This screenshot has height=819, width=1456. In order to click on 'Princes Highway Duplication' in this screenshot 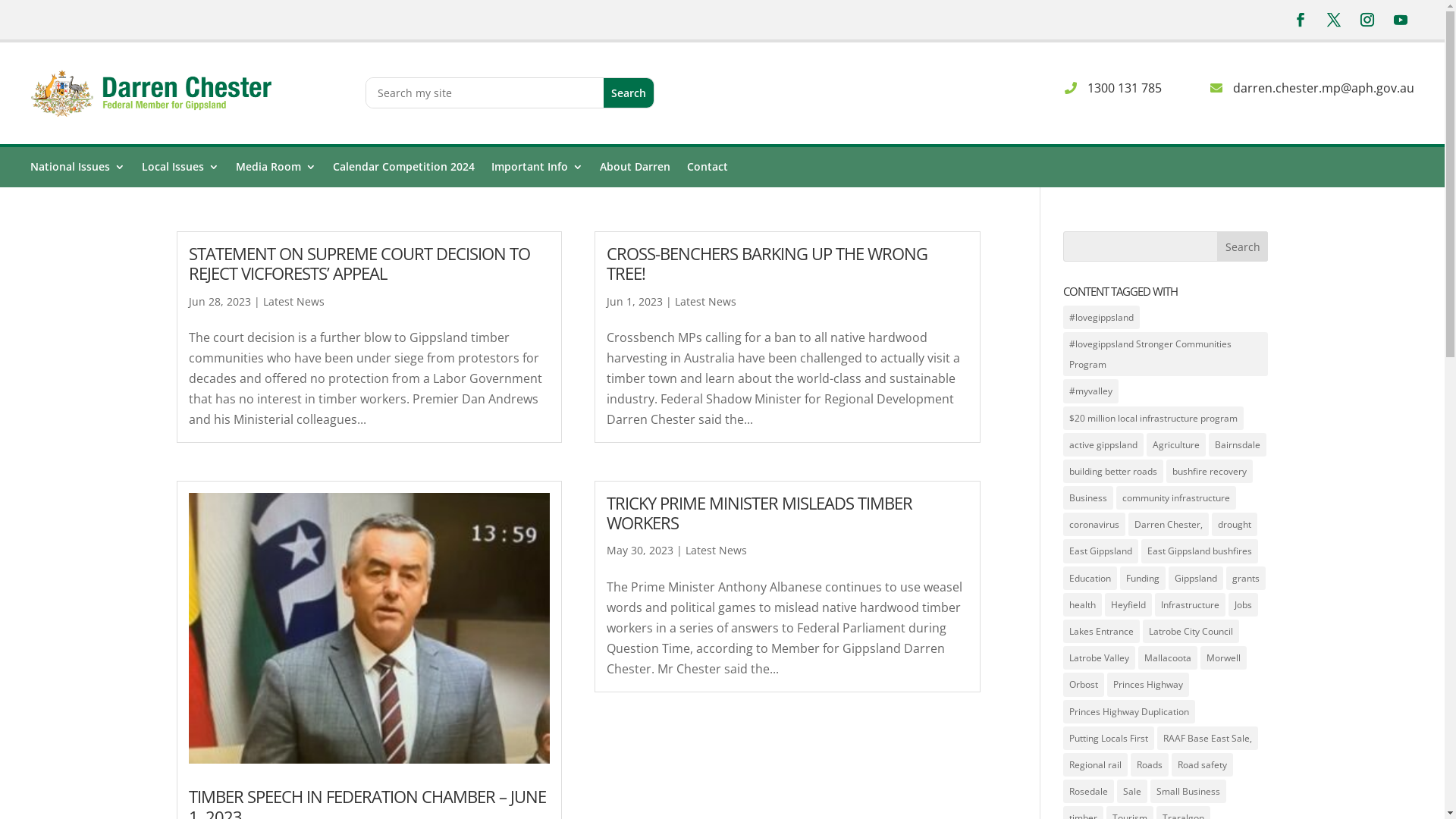, I will do `click(1062, 711)`.